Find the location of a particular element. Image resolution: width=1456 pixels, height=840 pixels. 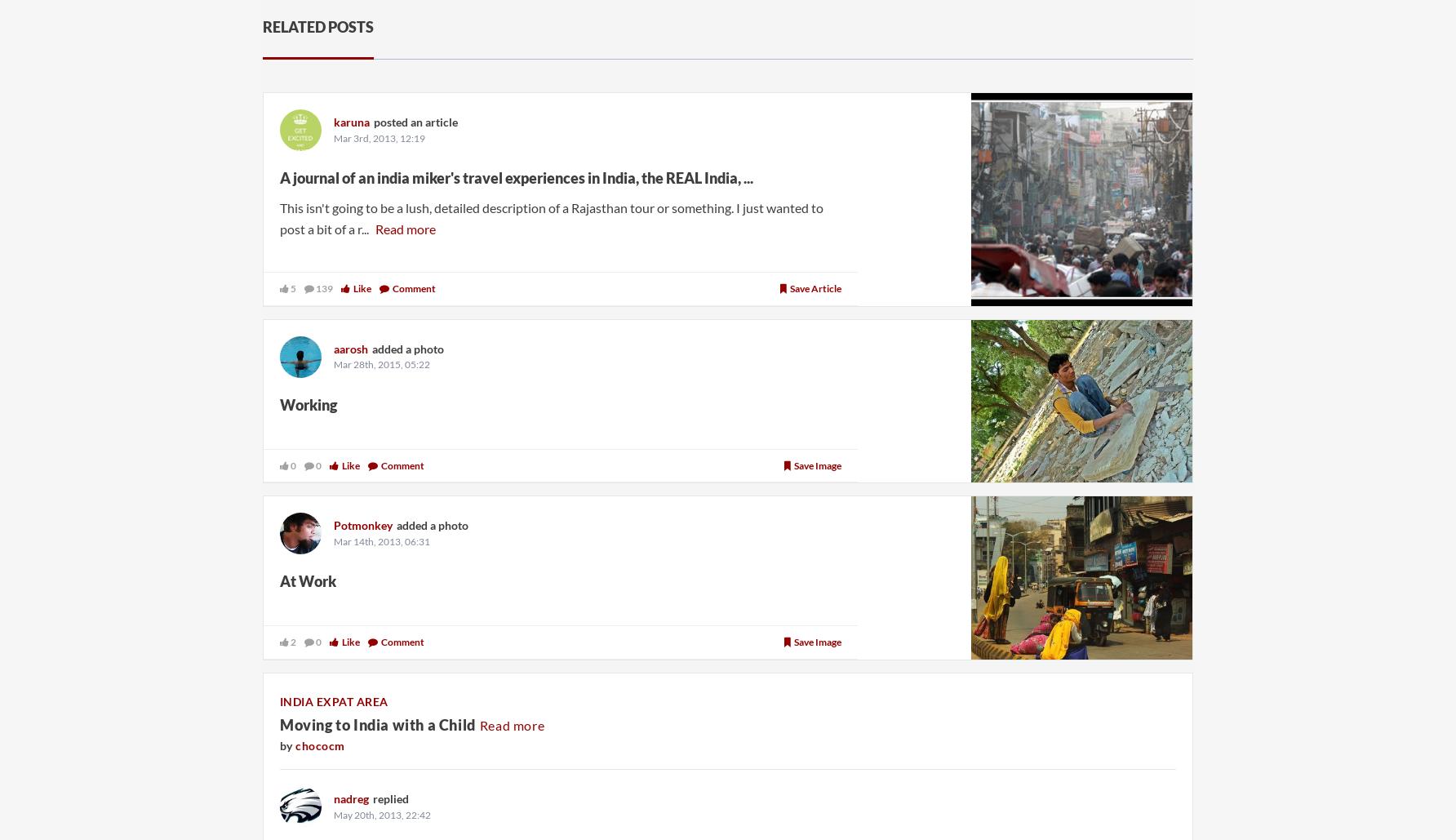

'aarosh' is located at coordinates (349, 347).